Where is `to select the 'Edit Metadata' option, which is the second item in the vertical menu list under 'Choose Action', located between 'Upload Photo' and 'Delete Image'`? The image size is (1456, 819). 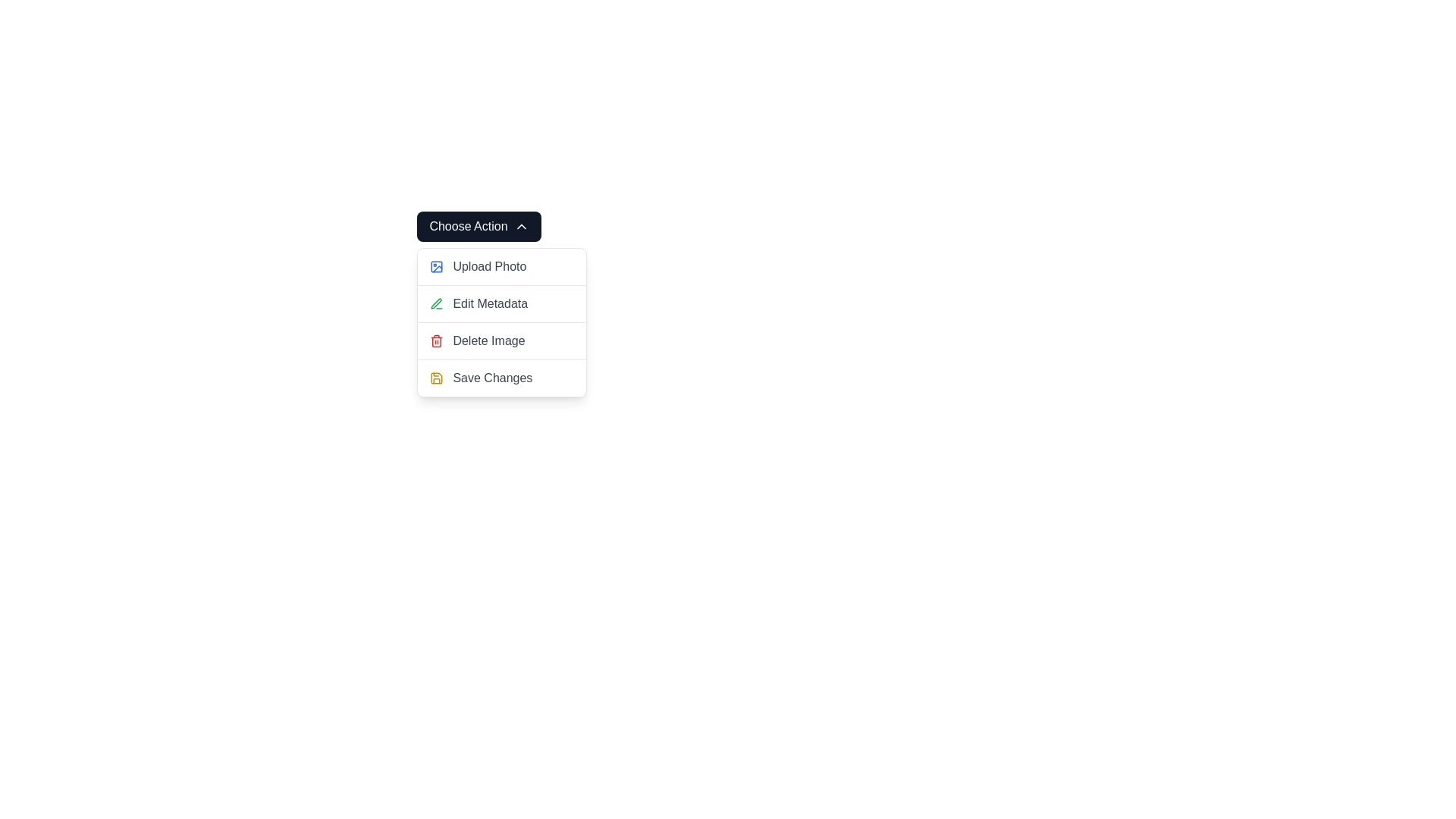
to select the 'Edit Metadata' option, which is the second item in the vertical menu list under 'Choose Action', located between 'Upload Photo' and 'Delete Image' is located at coordinates (502, 303).